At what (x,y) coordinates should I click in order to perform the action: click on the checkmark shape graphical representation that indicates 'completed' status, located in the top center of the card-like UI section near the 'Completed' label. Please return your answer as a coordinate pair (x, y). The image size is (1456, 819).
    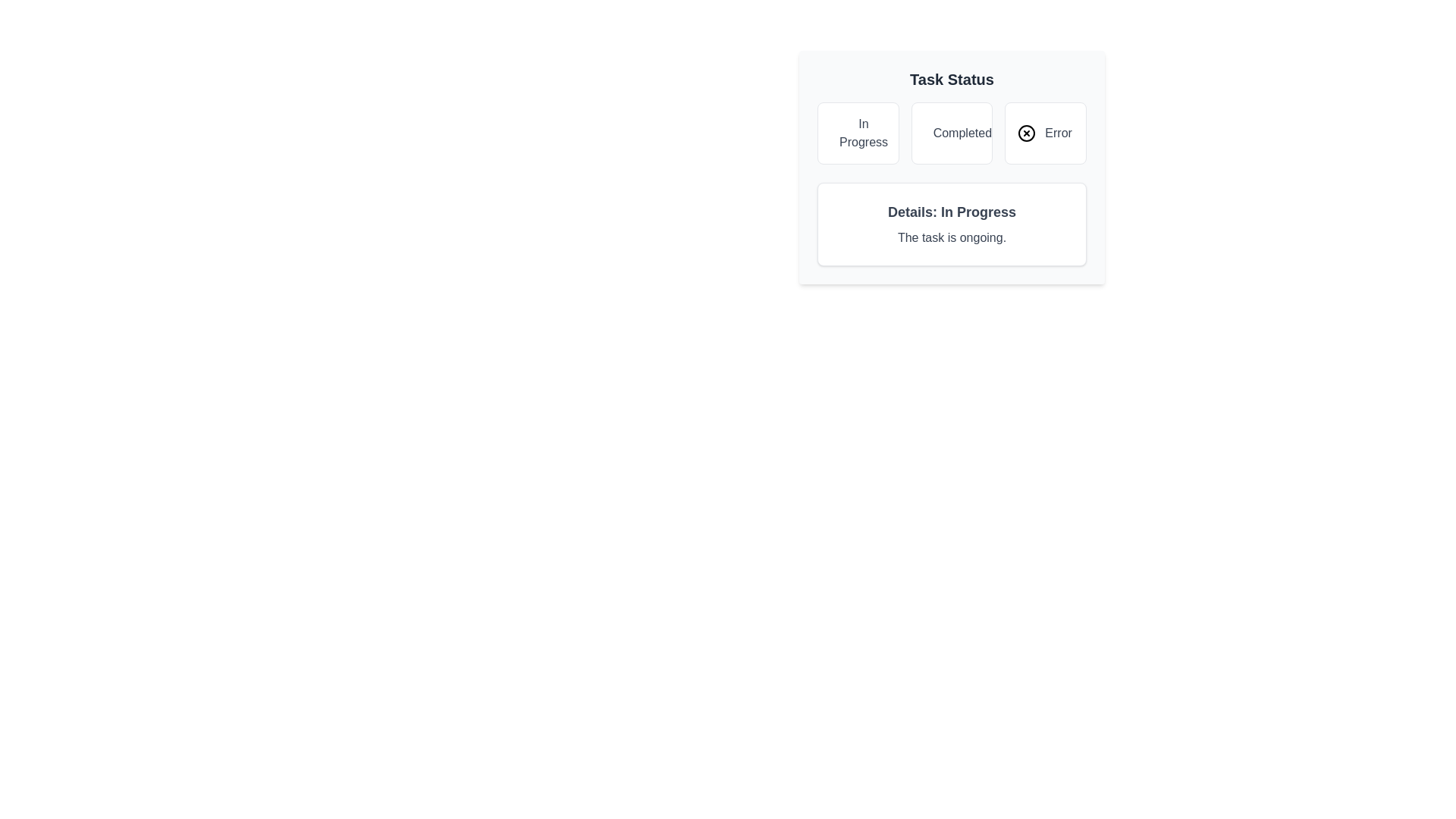
    Looking at the image, I should click on (935, 130).